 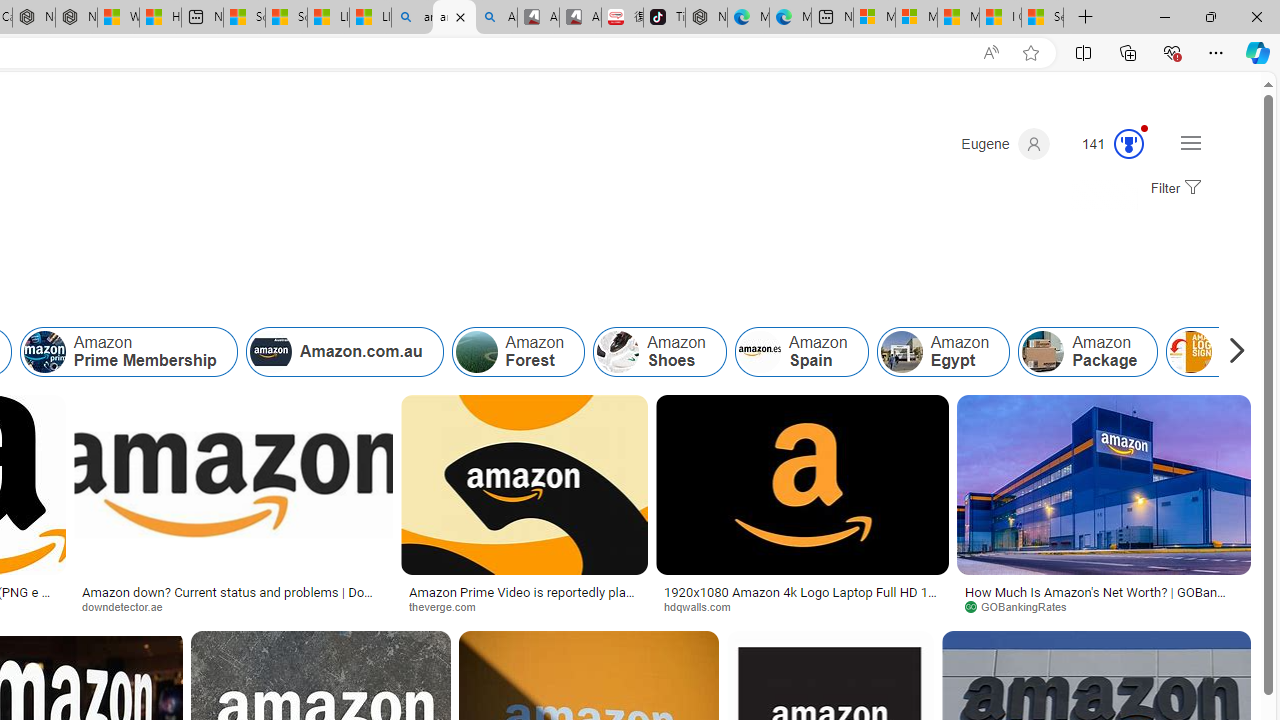 What do you see at coordinates (344, 351) in the screenshot?
I see `'Amazon.com.au'` at bounding box center [344, 351].